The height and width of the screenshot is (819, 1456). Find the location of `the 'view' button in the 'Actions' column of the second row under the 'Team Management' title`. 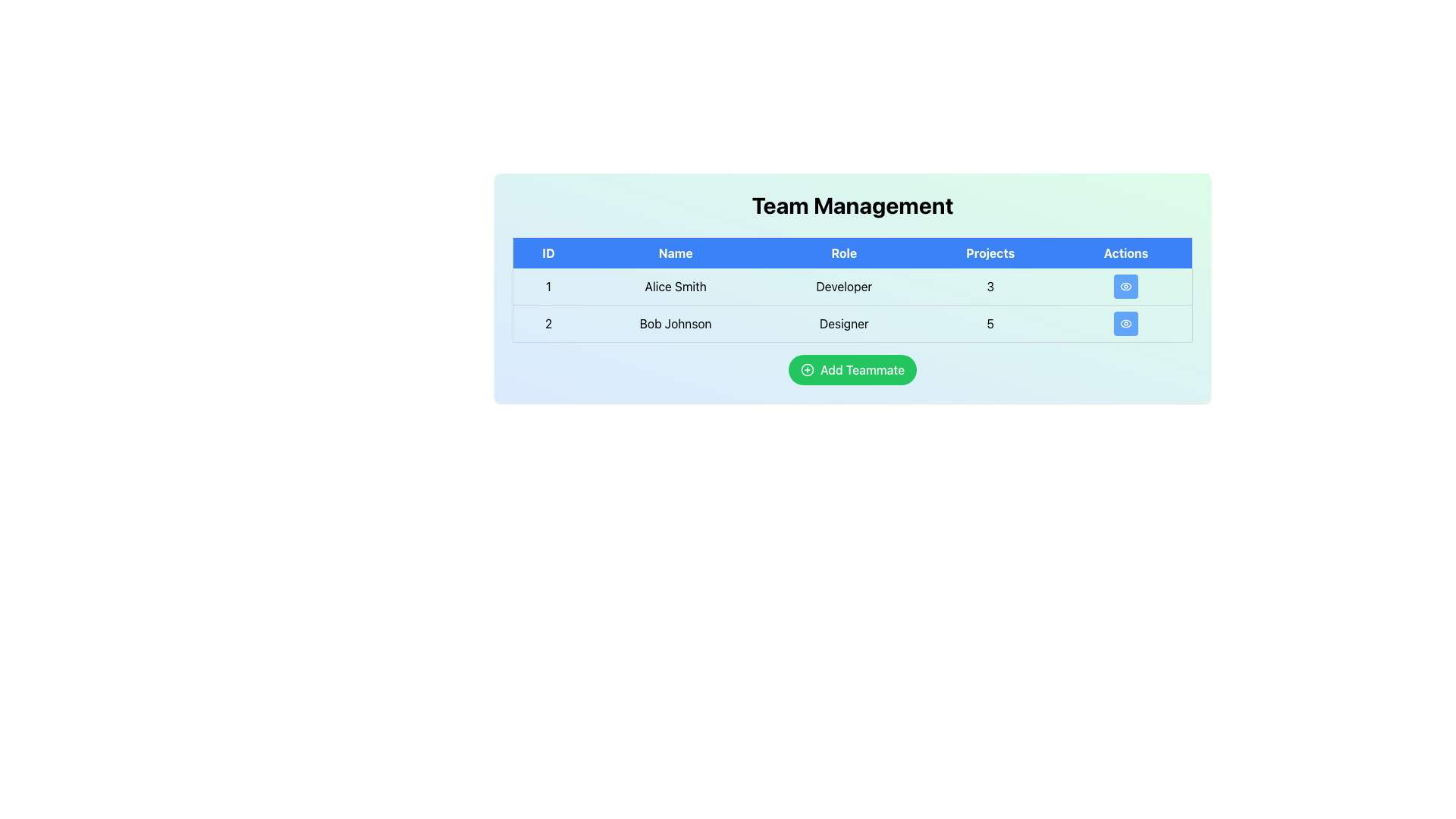

the 'view' button in the 'Actions' column of the second row under the 'Team Management' title is located at coordinates (1126, 323).